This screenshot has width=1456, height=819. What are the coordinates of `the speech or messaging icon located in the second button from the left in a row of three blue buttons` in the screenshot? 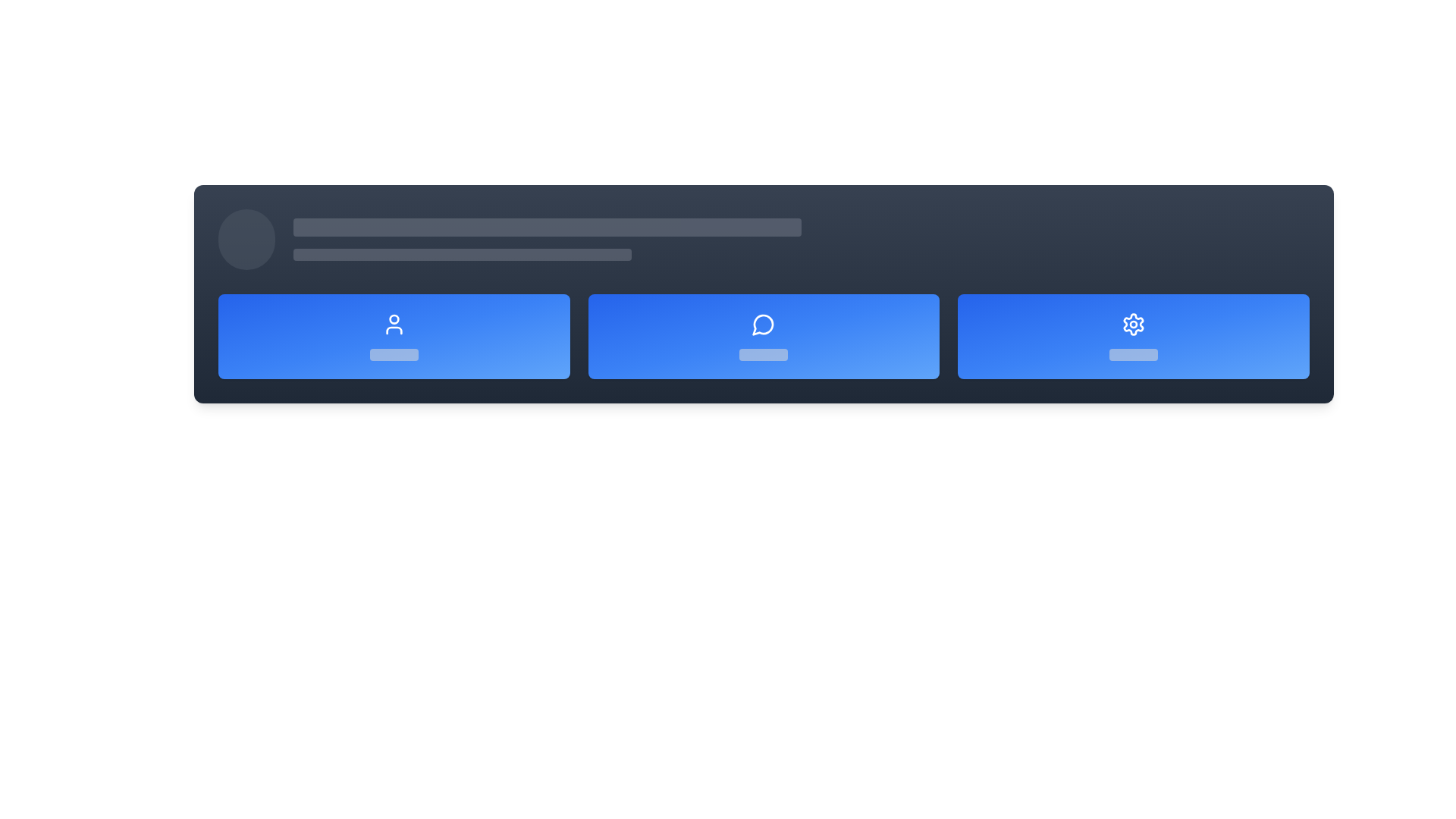 It's located at (763, 324).